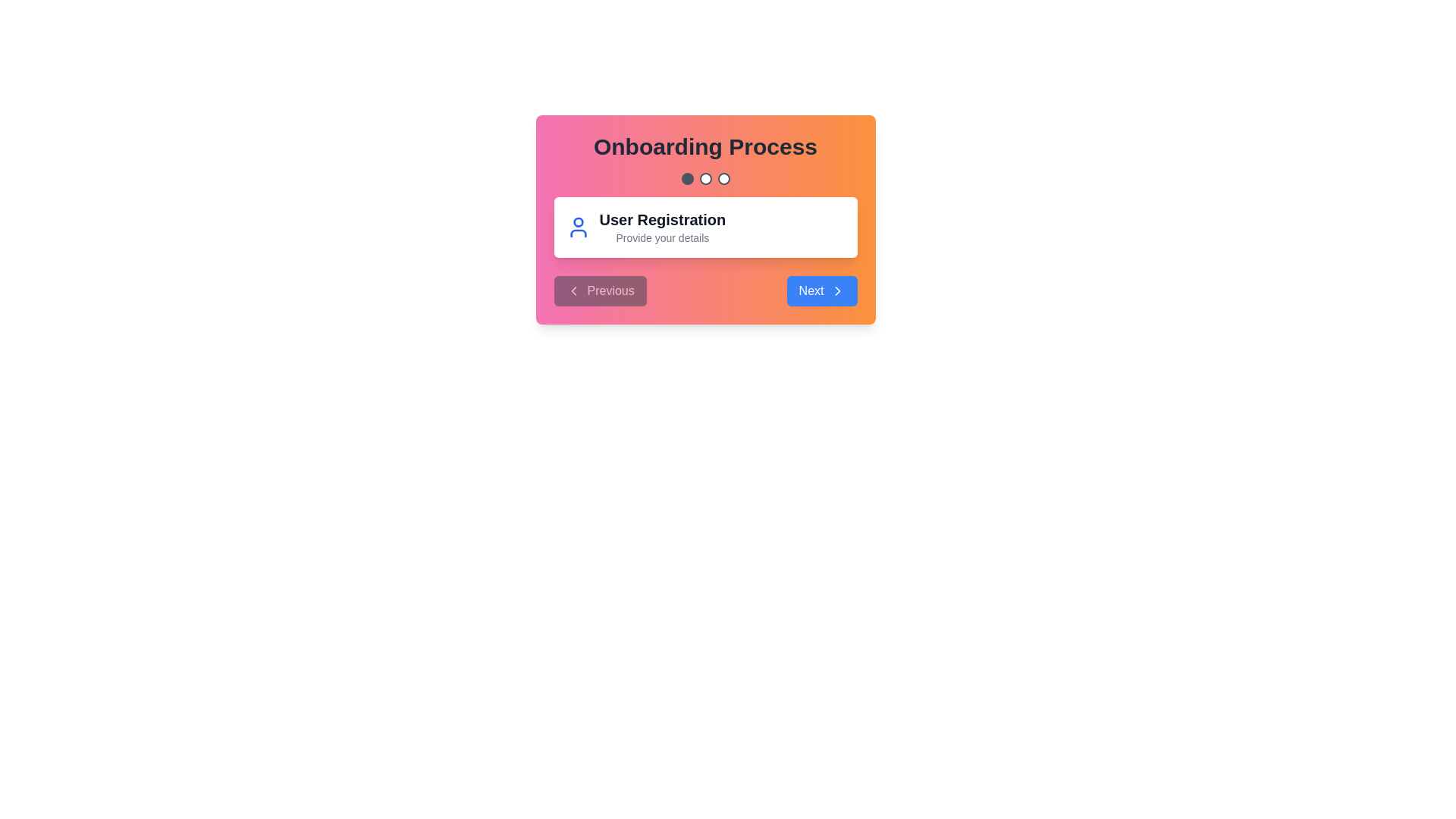 Image resolution: width=1456 pixels, height=819 pixels. What do you see at coordinates (577, 227) in the screenshot?
I see `the user icon located to the left of the 'User Registration' and 'Provide your details' text elements within the user registration section` at bounding box center [577, 227].